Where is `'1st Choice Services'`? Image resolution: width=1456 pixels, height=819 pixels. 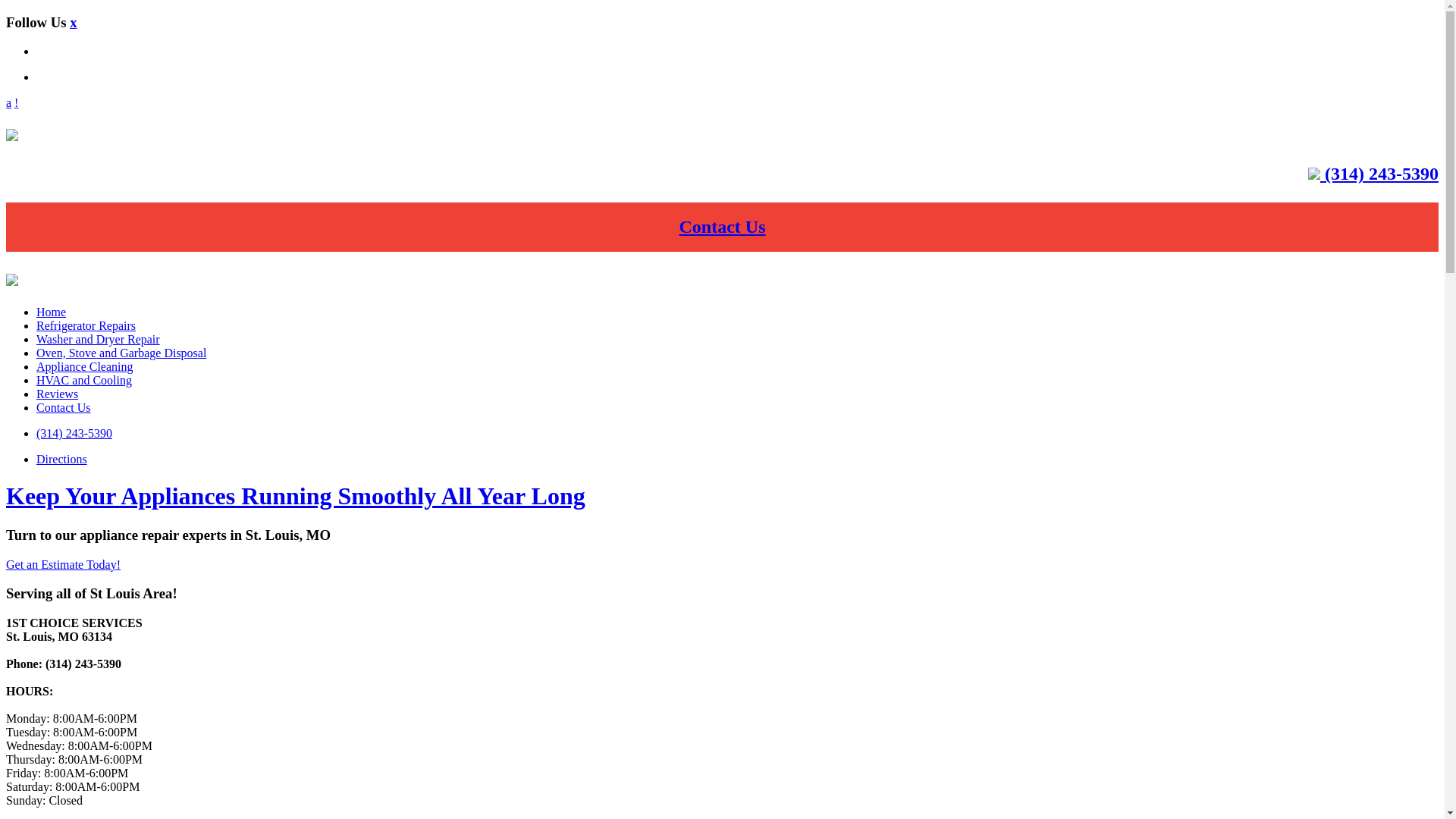 '1st Choice Services' is located at coordinates (11, 133).